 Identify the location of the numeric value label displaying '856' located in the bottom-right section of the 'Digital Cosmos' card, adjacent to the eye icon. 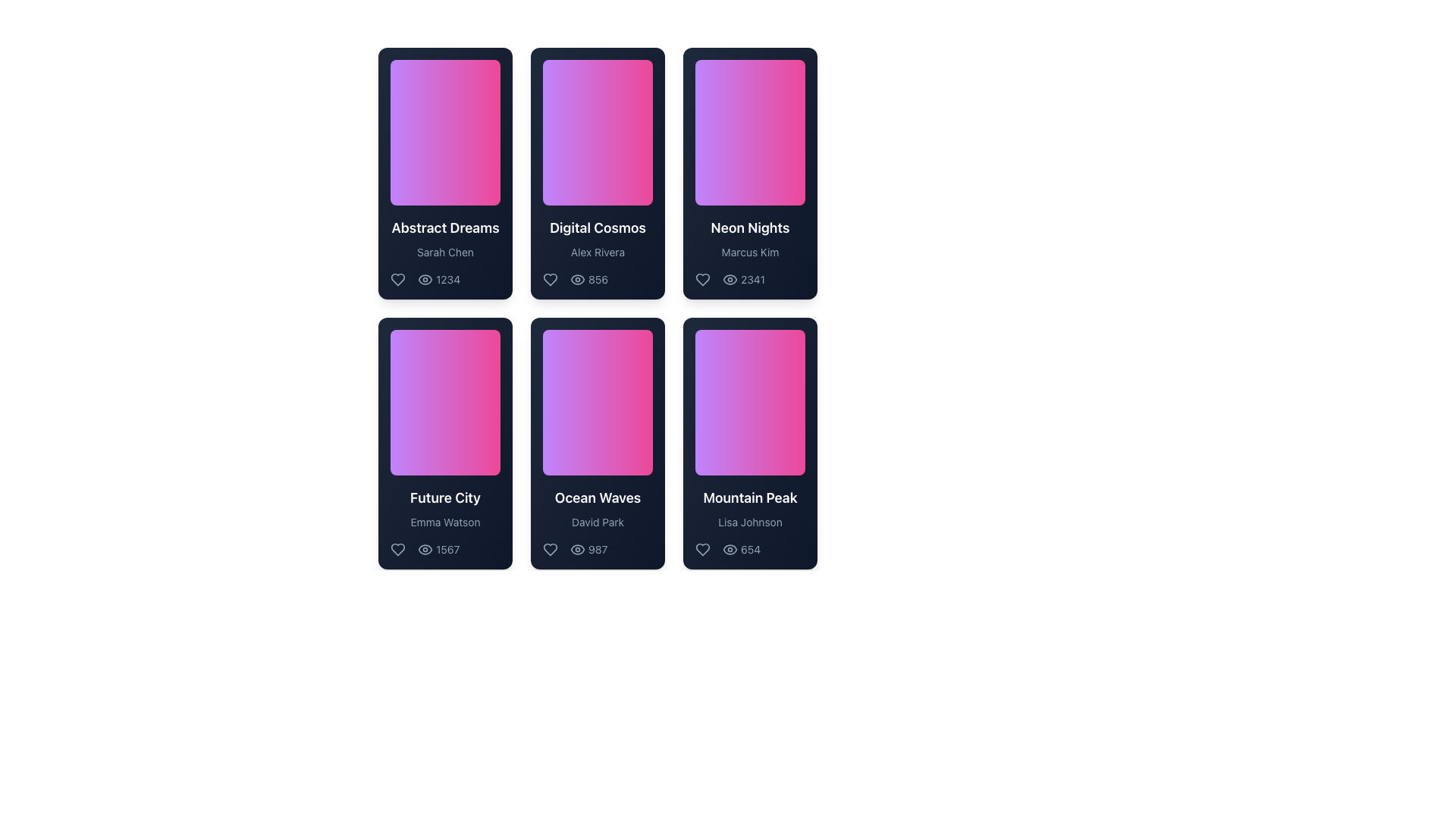
(597, 280).